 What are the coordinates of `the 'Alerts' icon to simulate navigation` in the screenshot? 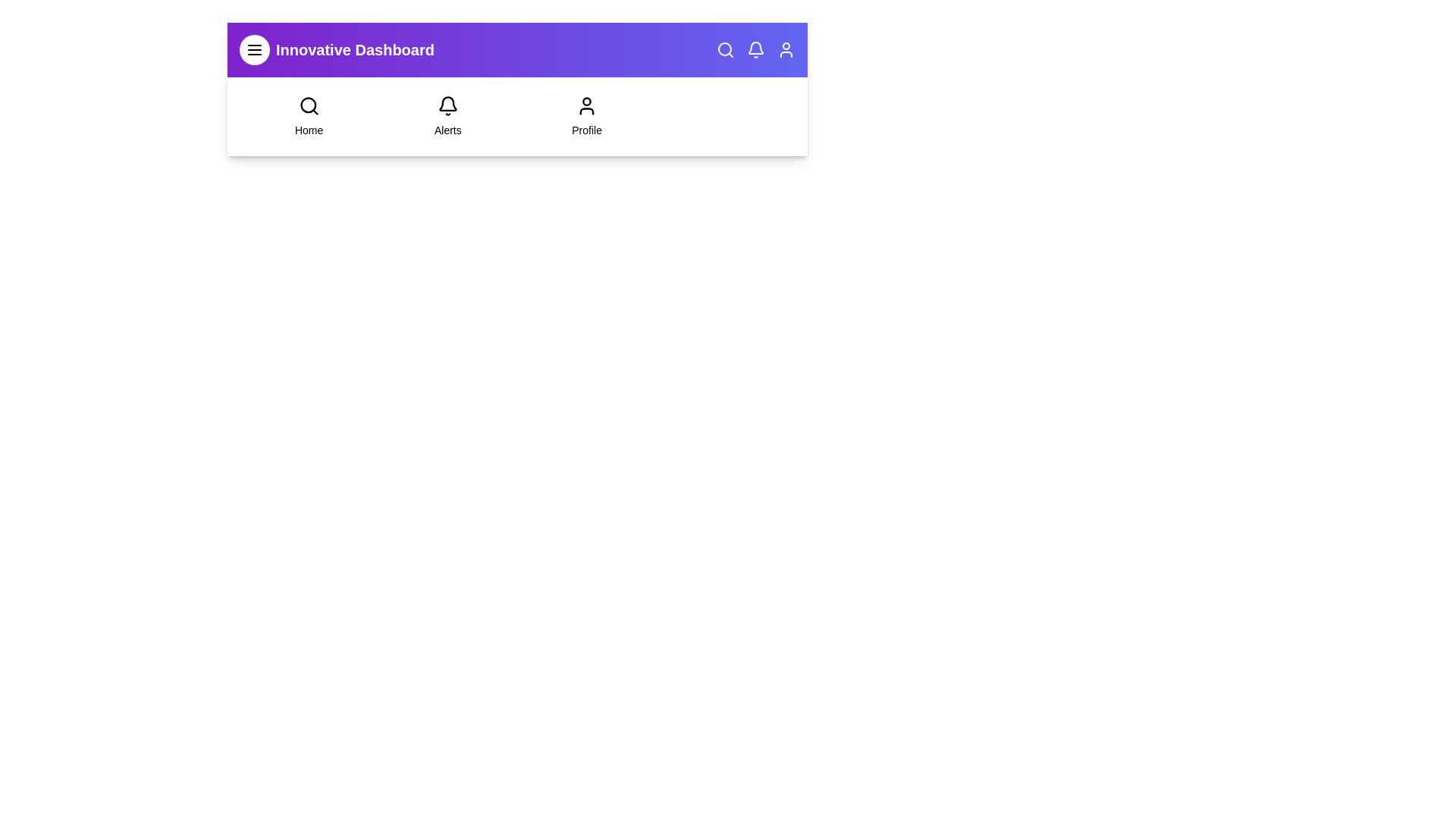 It's located at (447, 105).